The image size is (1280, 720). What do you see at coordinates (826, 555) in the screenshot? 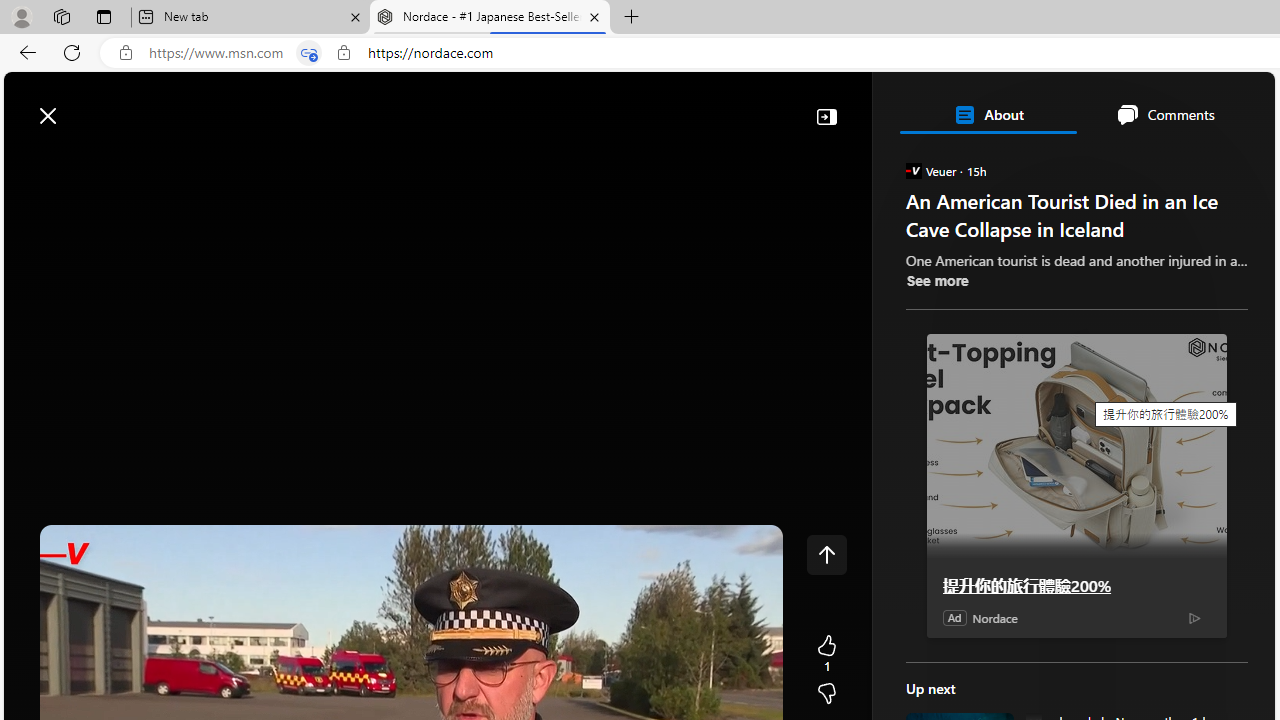
I see `'Class: control icon-only'` at bounding box center [826, 555].